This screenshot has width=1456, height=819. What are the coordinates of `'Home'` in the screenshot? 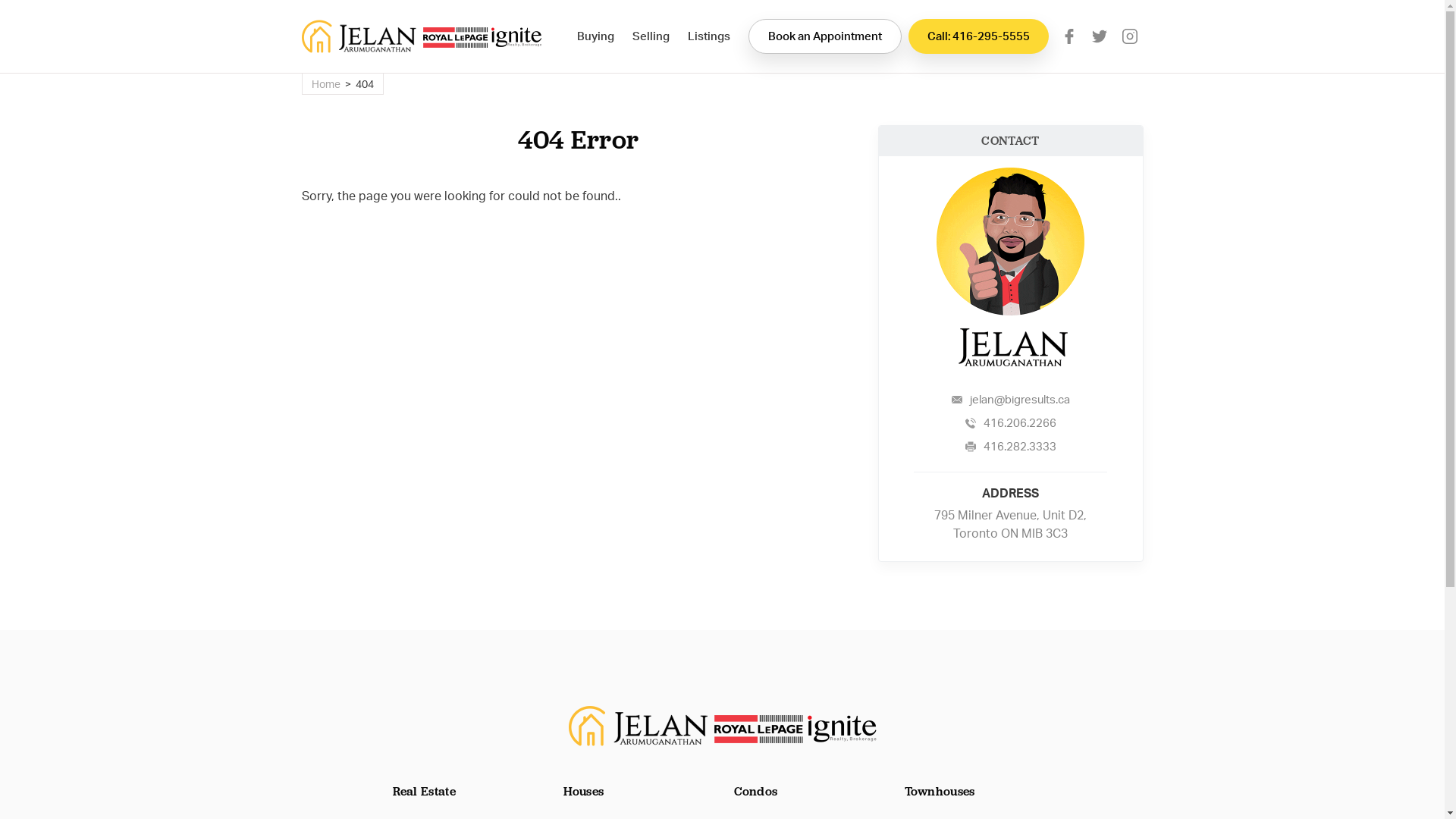 It's located at (324, 83).